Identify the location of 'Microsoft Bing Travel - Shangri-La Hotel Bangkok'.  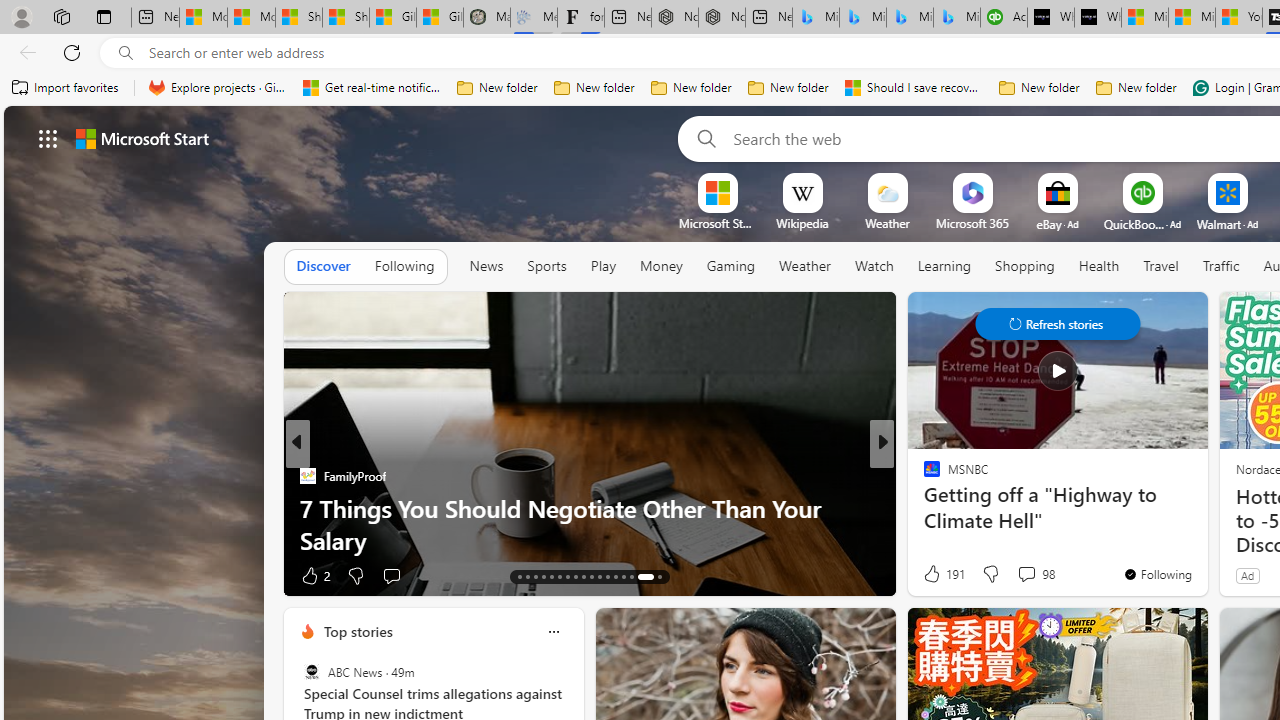
(956, 17).